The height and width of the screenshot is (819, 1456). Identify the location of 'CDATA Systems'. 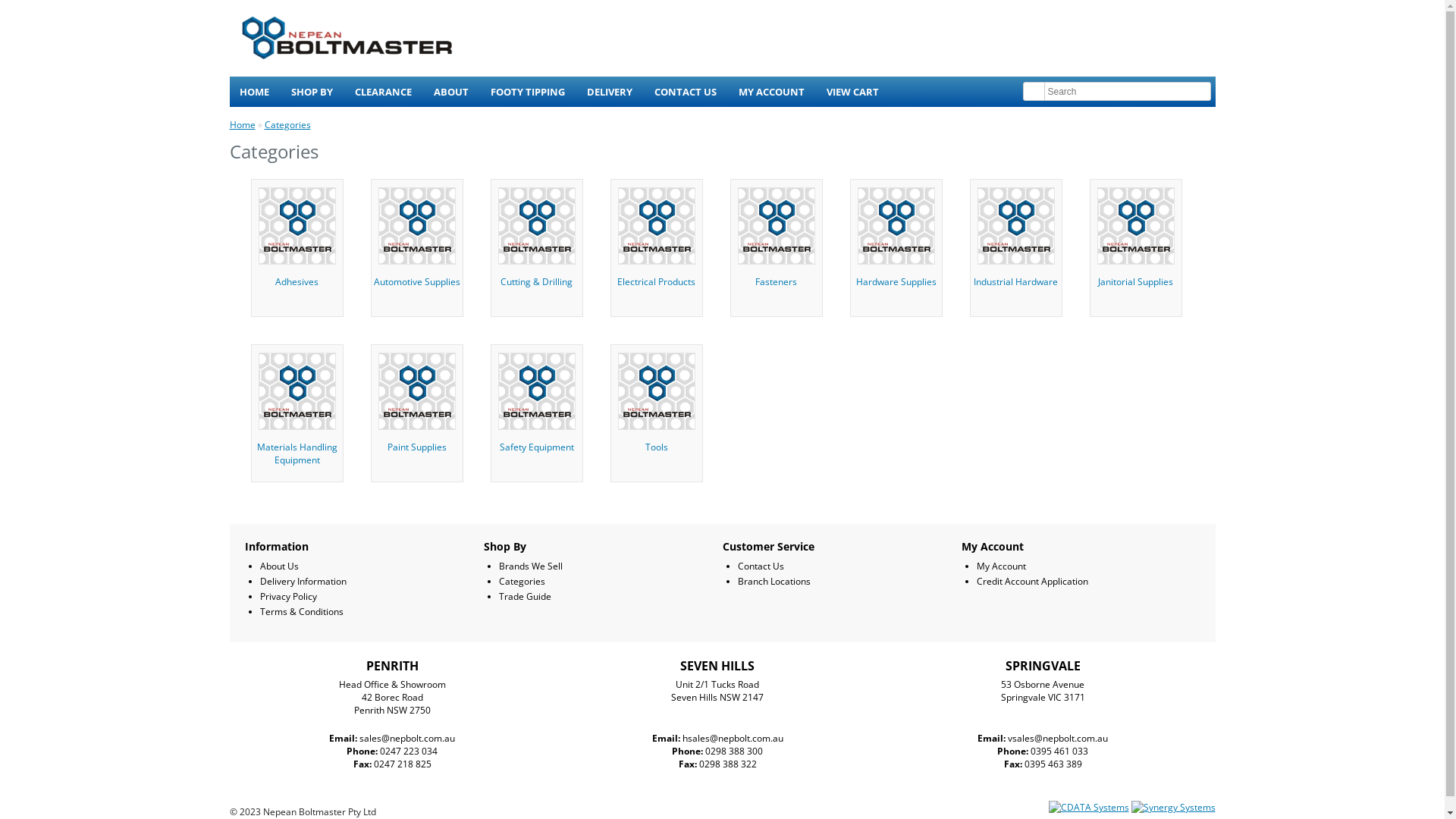
(1087, 806).